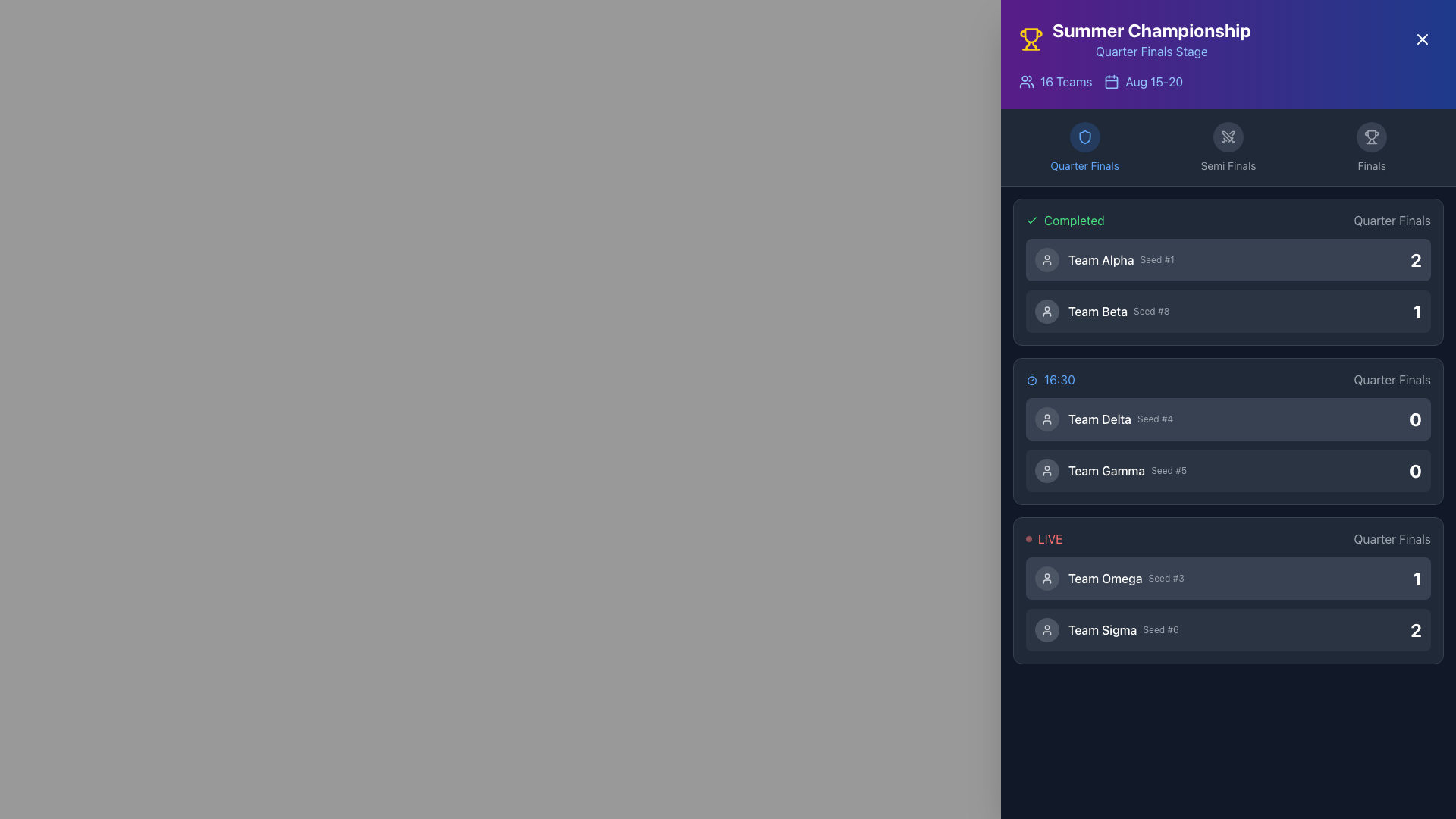  Describe the element at coordinates (1372, 148) in the screenshot. I see `the 'Finals' option in the group of options labeled 'Quarter Finals', 'Semi Finals', and 'Finals', which is represented by a trophy icon and smaller gray text, located at the rightmost position of the interface` at that location.